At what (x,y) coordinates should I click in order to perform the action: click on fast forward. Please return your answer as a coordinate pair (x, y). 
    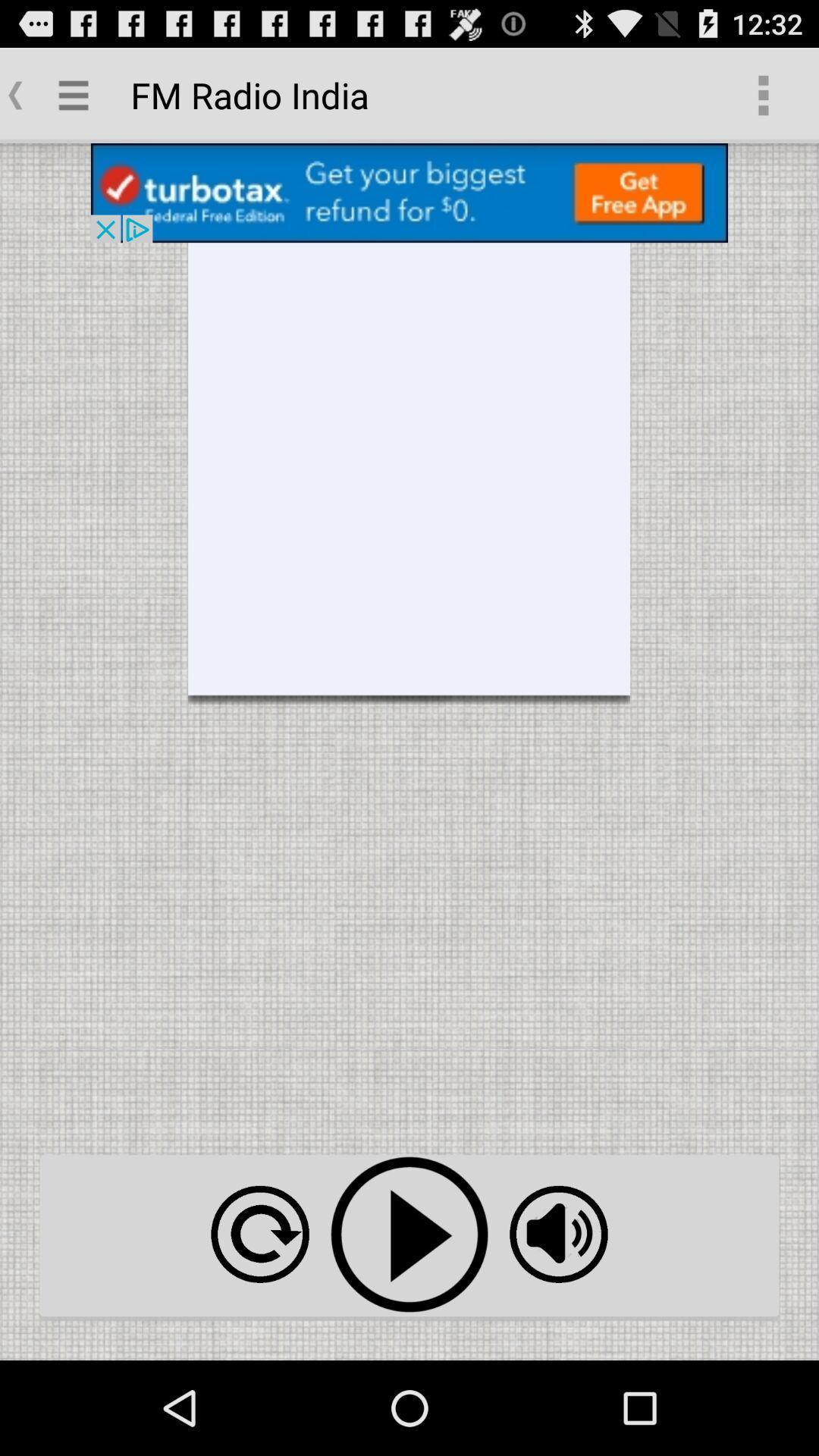
    Looking at the image, I should click on (259, 1234).